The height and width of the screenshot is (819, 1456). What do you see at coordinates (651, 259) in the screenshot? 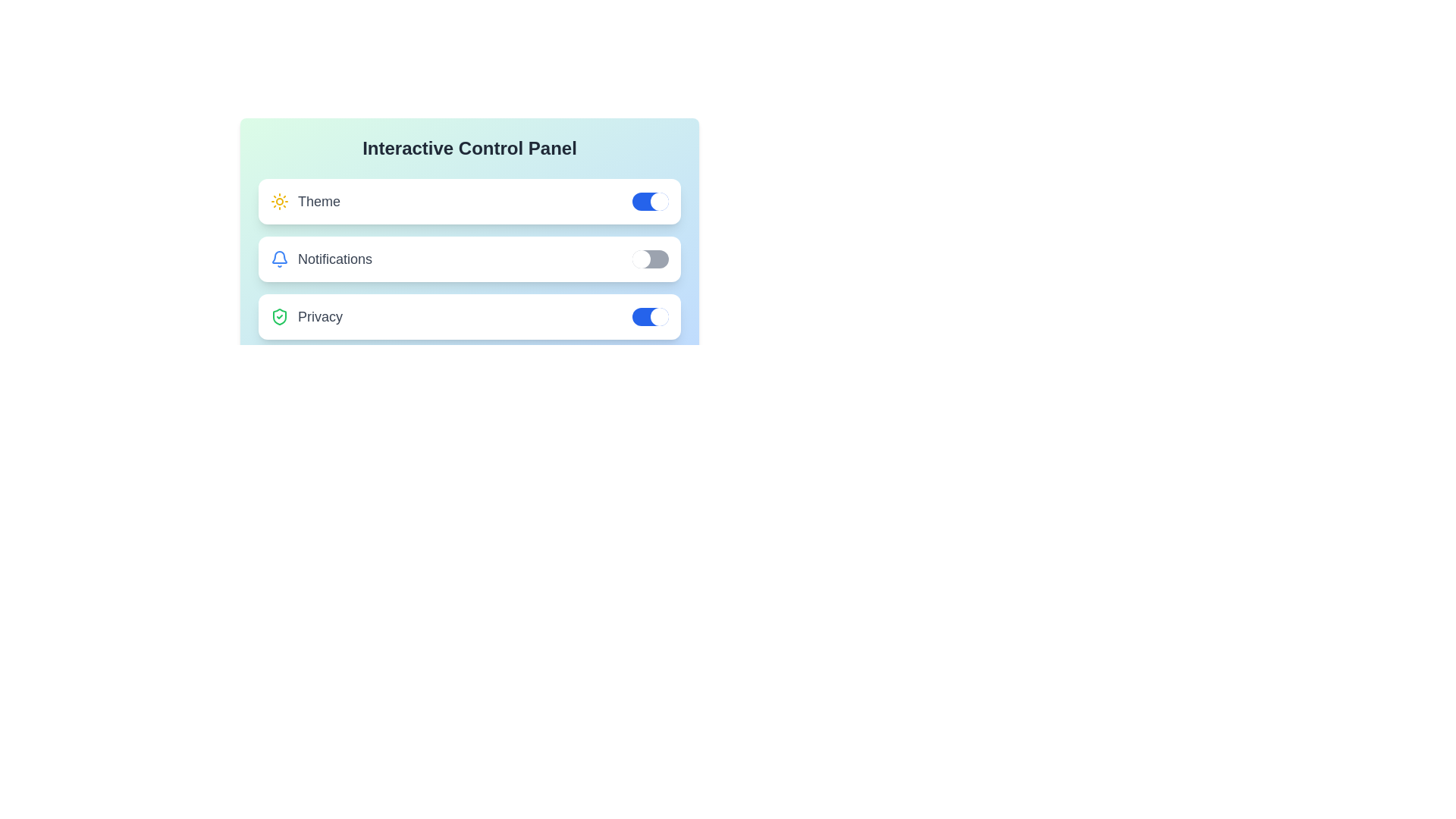
I see `the Notifications switch to toggle it` at bounding box center [651, 259].